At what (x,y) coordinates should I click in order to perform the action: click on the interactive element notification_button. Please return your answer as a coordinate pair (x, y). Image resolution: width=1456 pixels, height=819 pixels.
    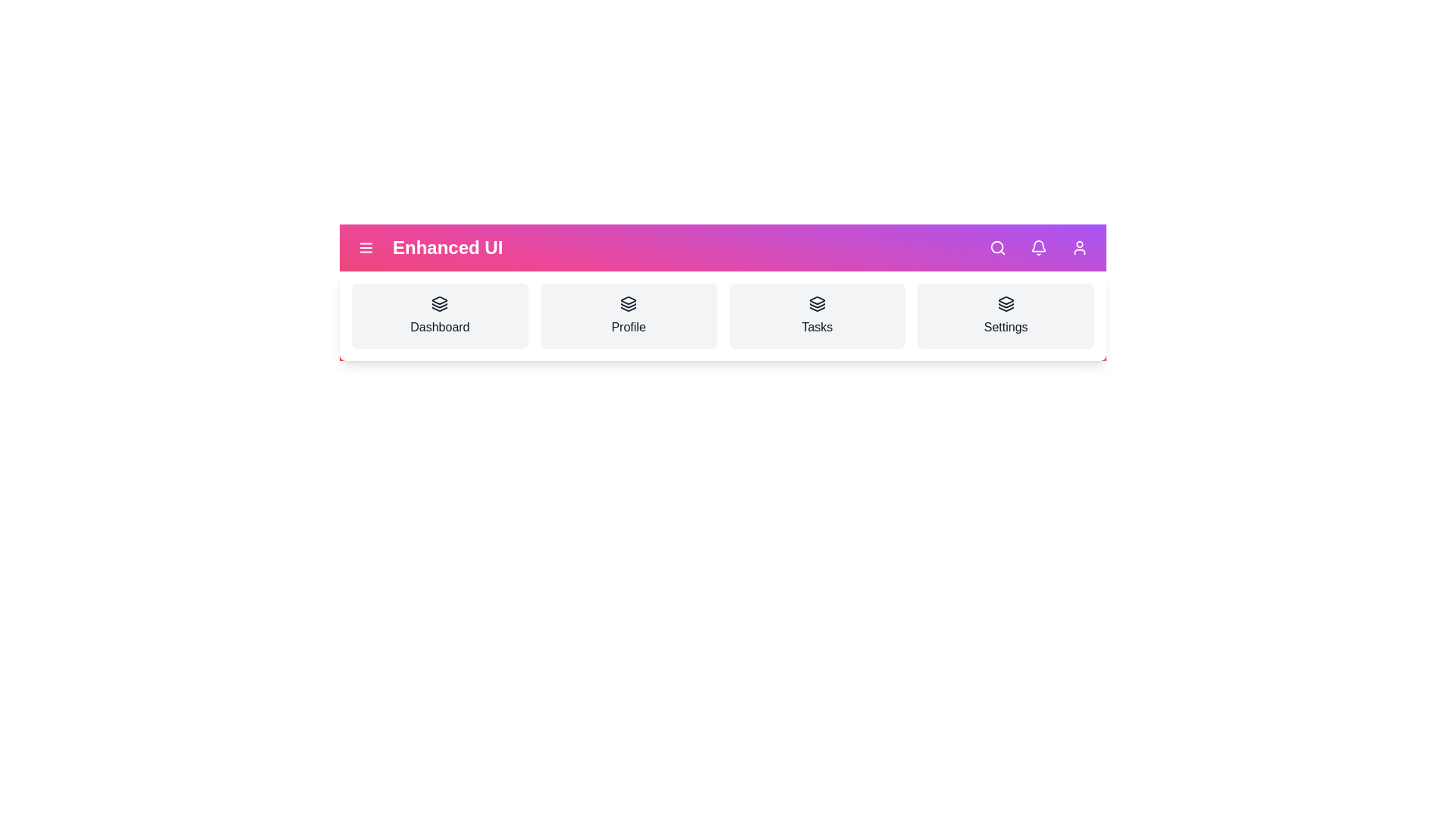
    Looking at the image, I should click on (1037, 247).